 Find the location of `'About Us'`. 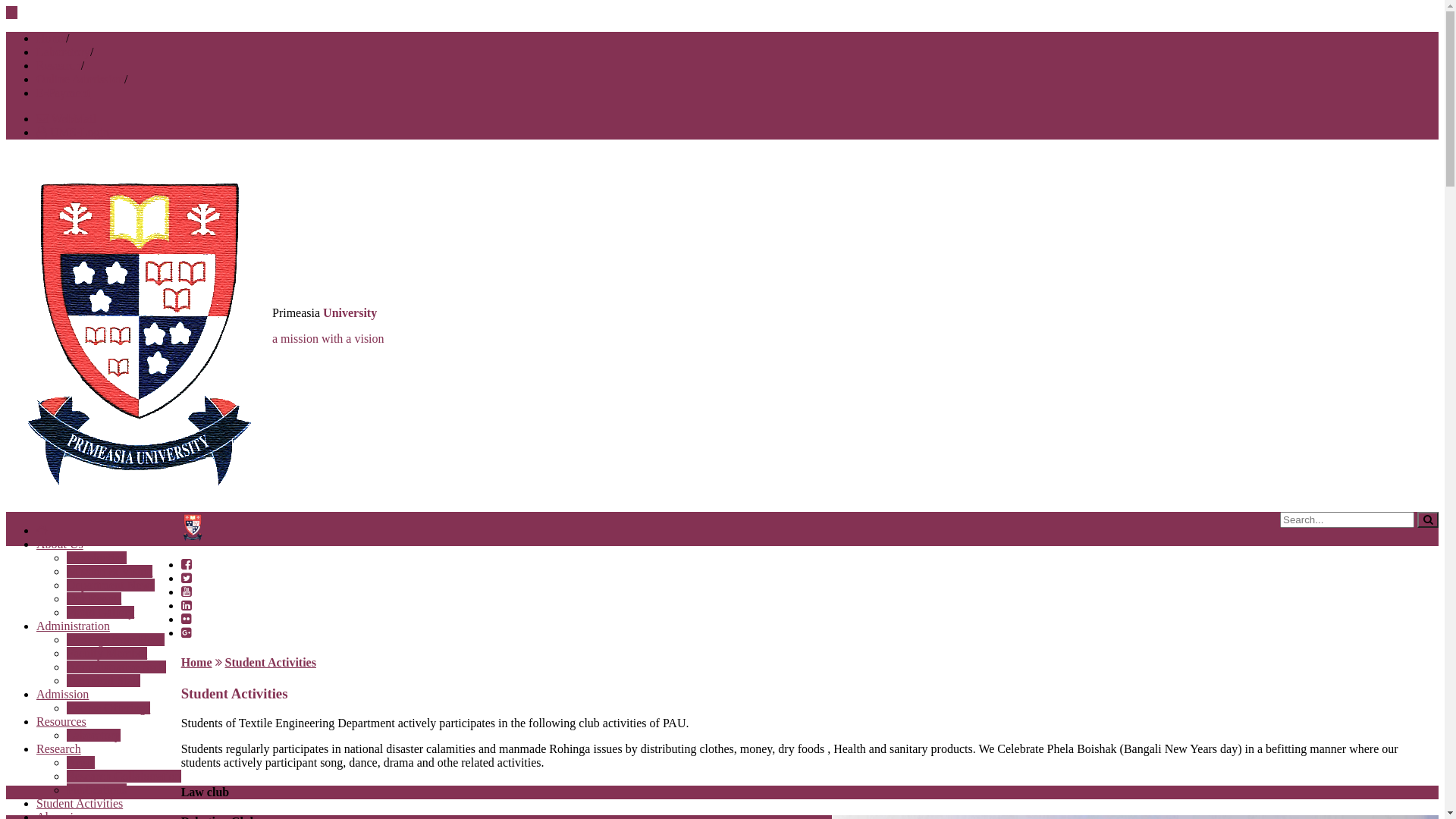

'About Us' is located at coordinates (59, 543).